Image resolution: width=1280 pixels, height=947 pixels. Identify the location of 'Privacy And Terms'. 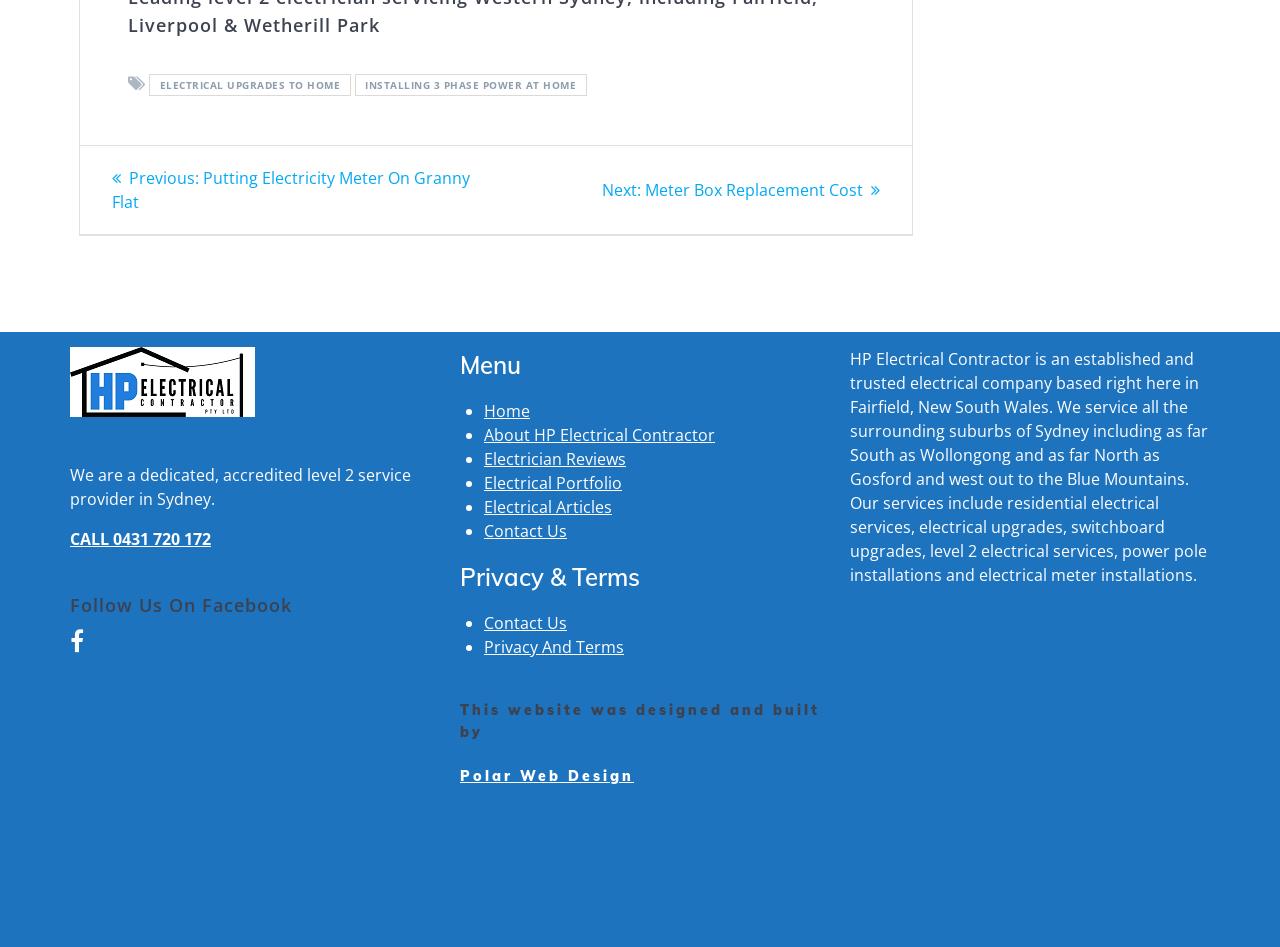
(553, 646).